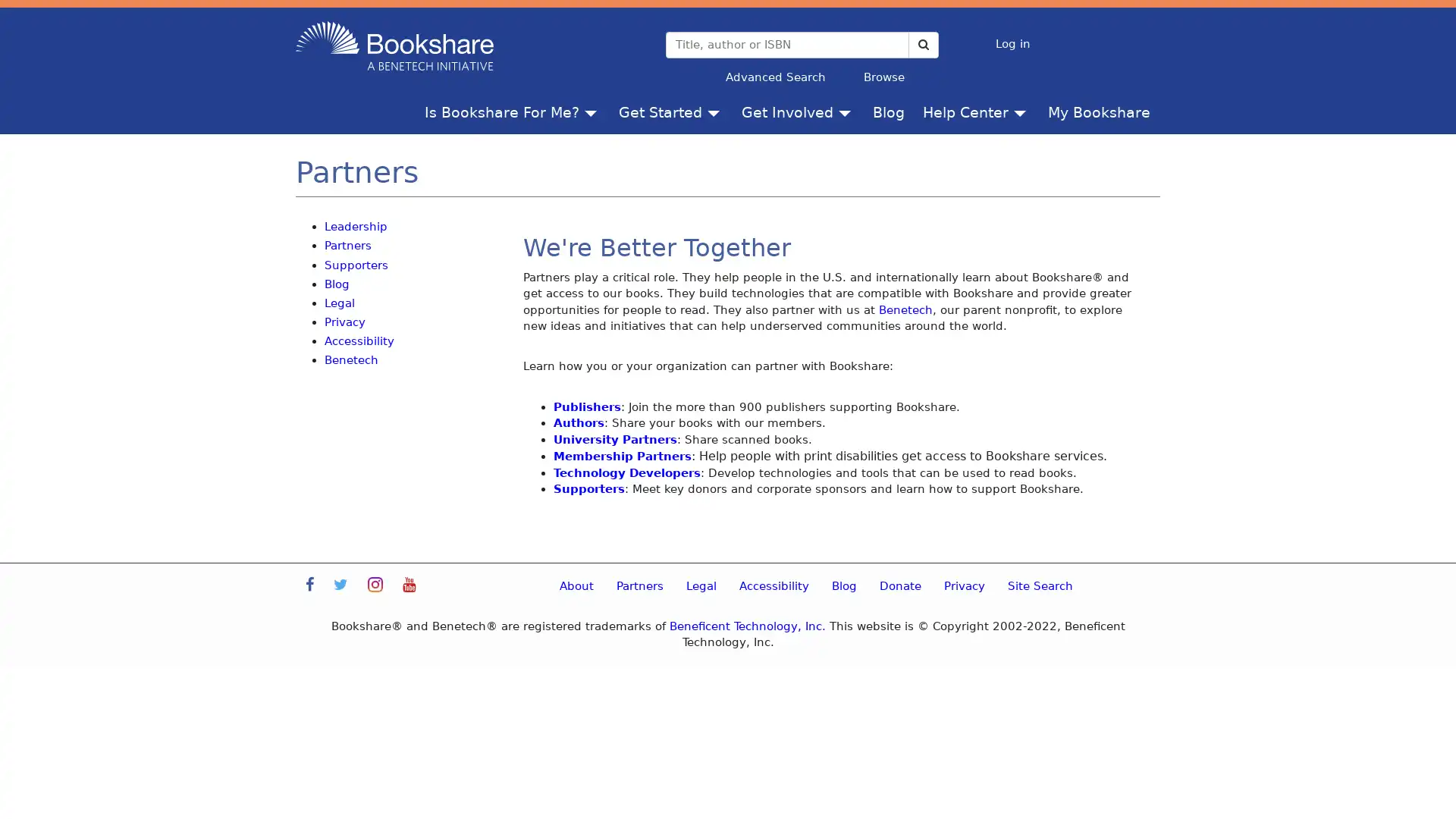  Describe the element at coordinates (922, 43) in the screenshot. I see `Search` at that location.